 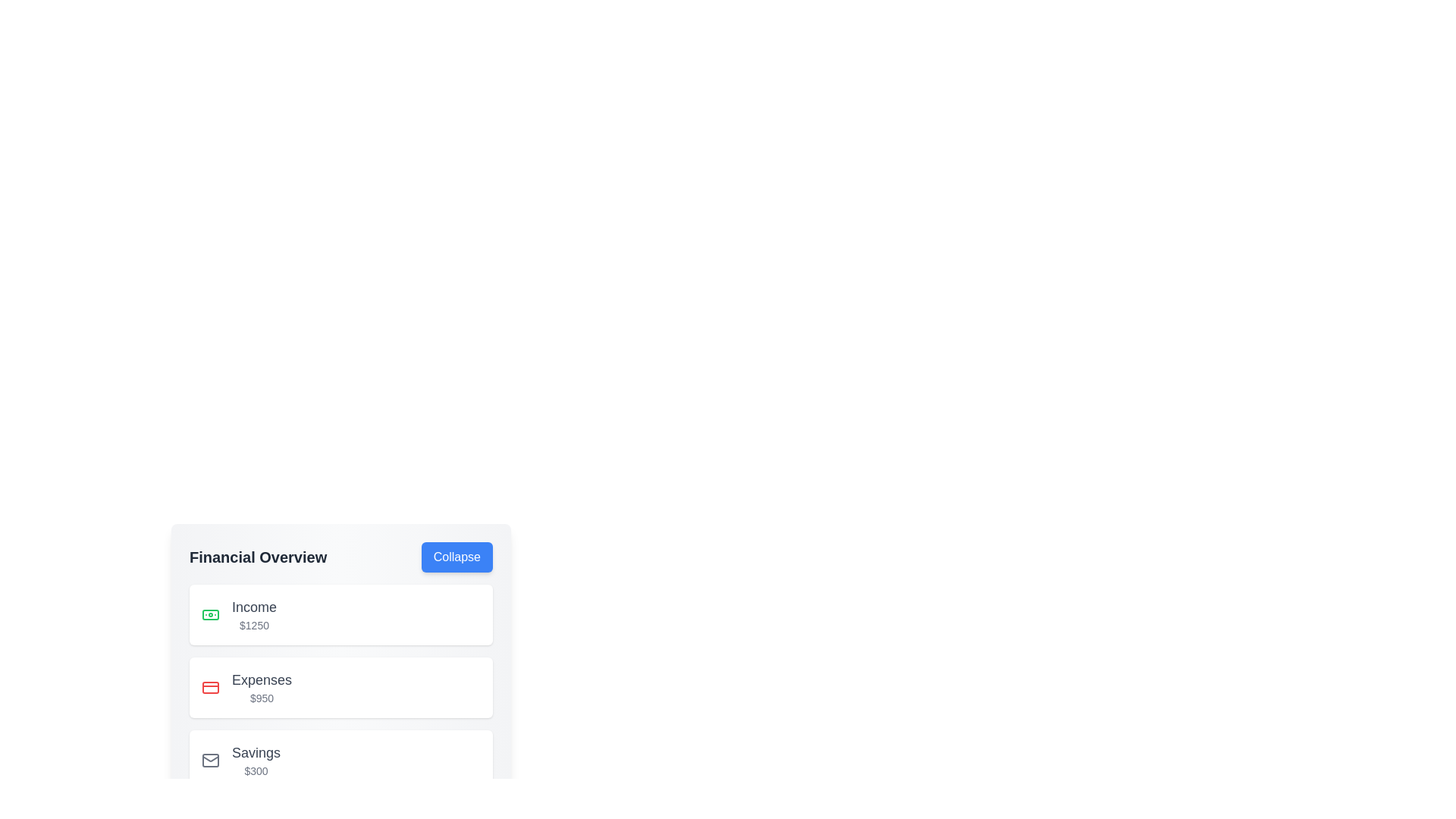 I want to click on the text label reading 'Expenses', which is styled with a bold font and medium gray color, located above the '$950' text as a header for the expense-related data, so click(x=262, y=679).